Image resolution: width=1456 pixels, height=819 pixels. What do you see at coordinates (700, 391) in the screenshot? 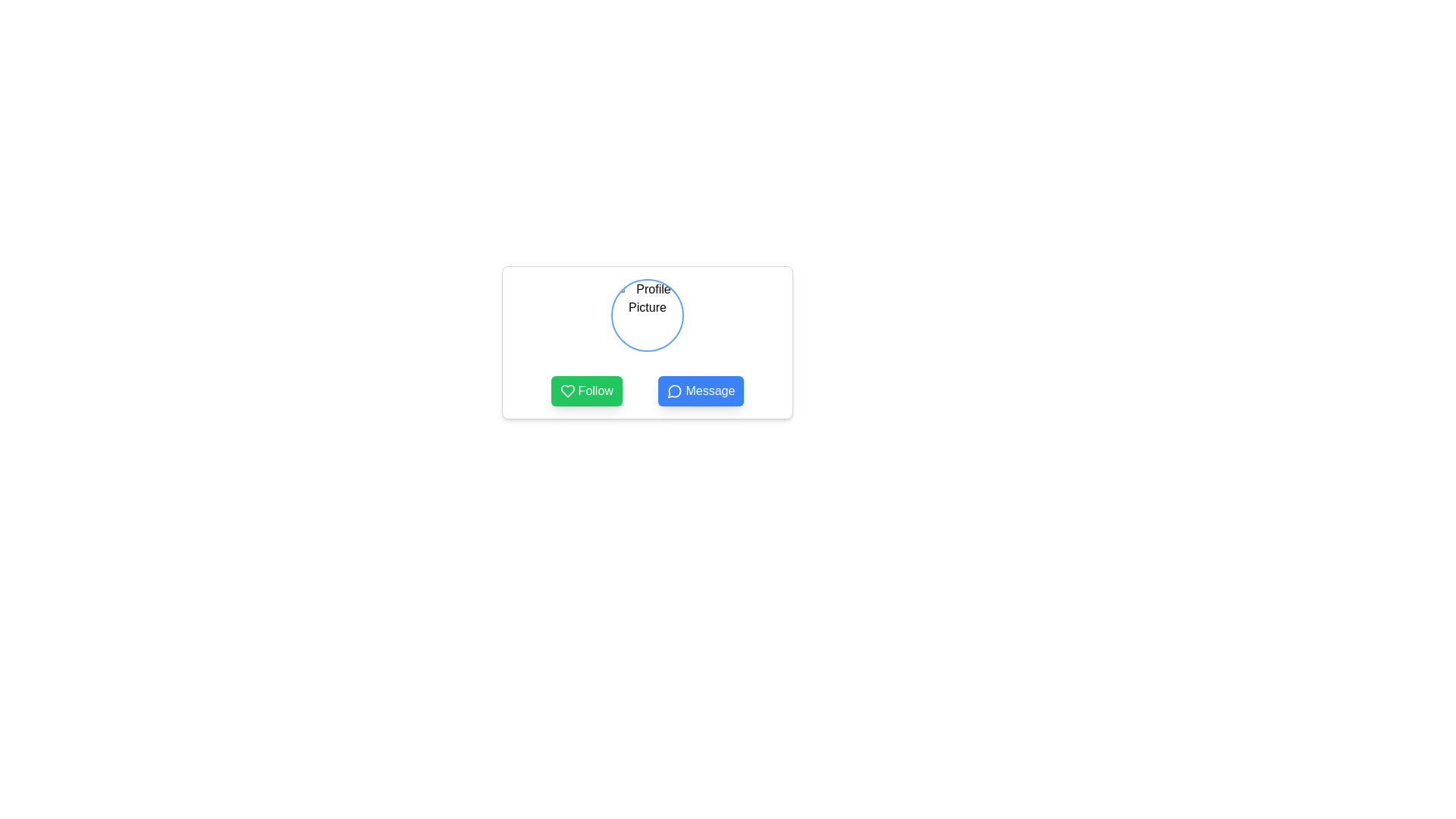
I see `the blue 'Message' button with a white chat bubble icon` at bounding box center [700, 391].